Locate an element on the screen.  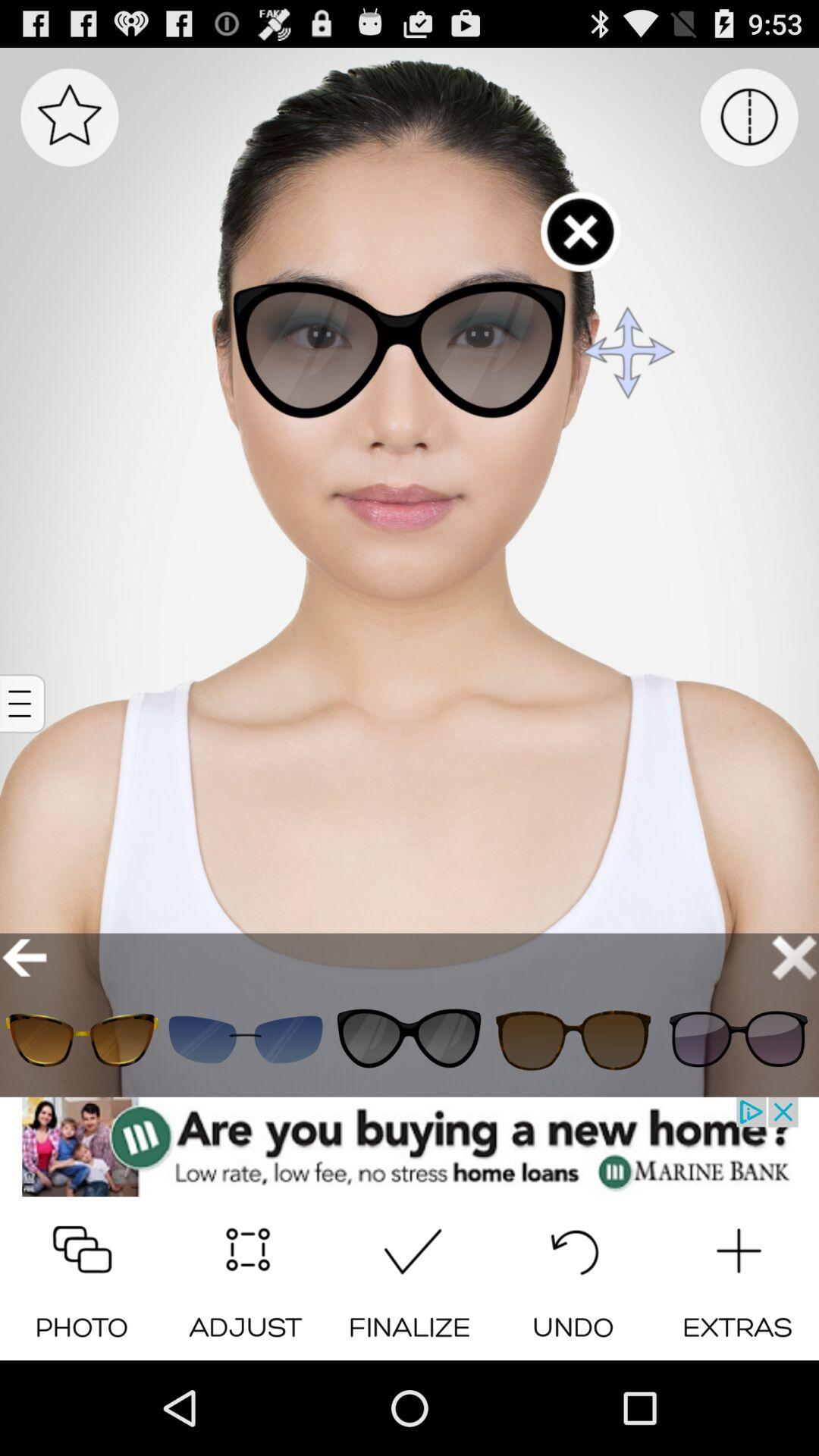
fashion pagae is located at coordinates (245, 1039).